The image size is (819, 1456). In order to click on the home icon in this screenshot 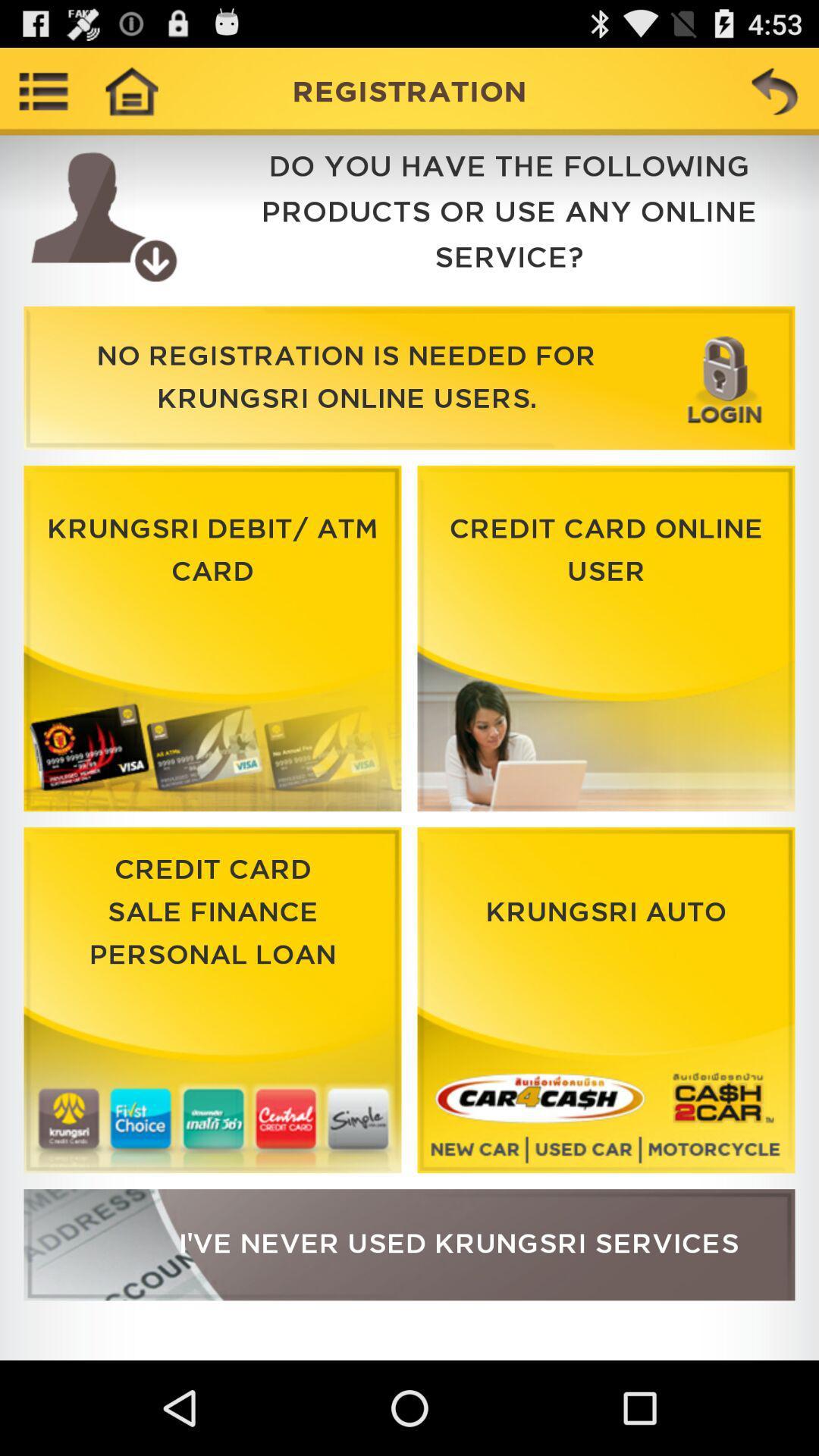, I will do `click(130, 97)`.